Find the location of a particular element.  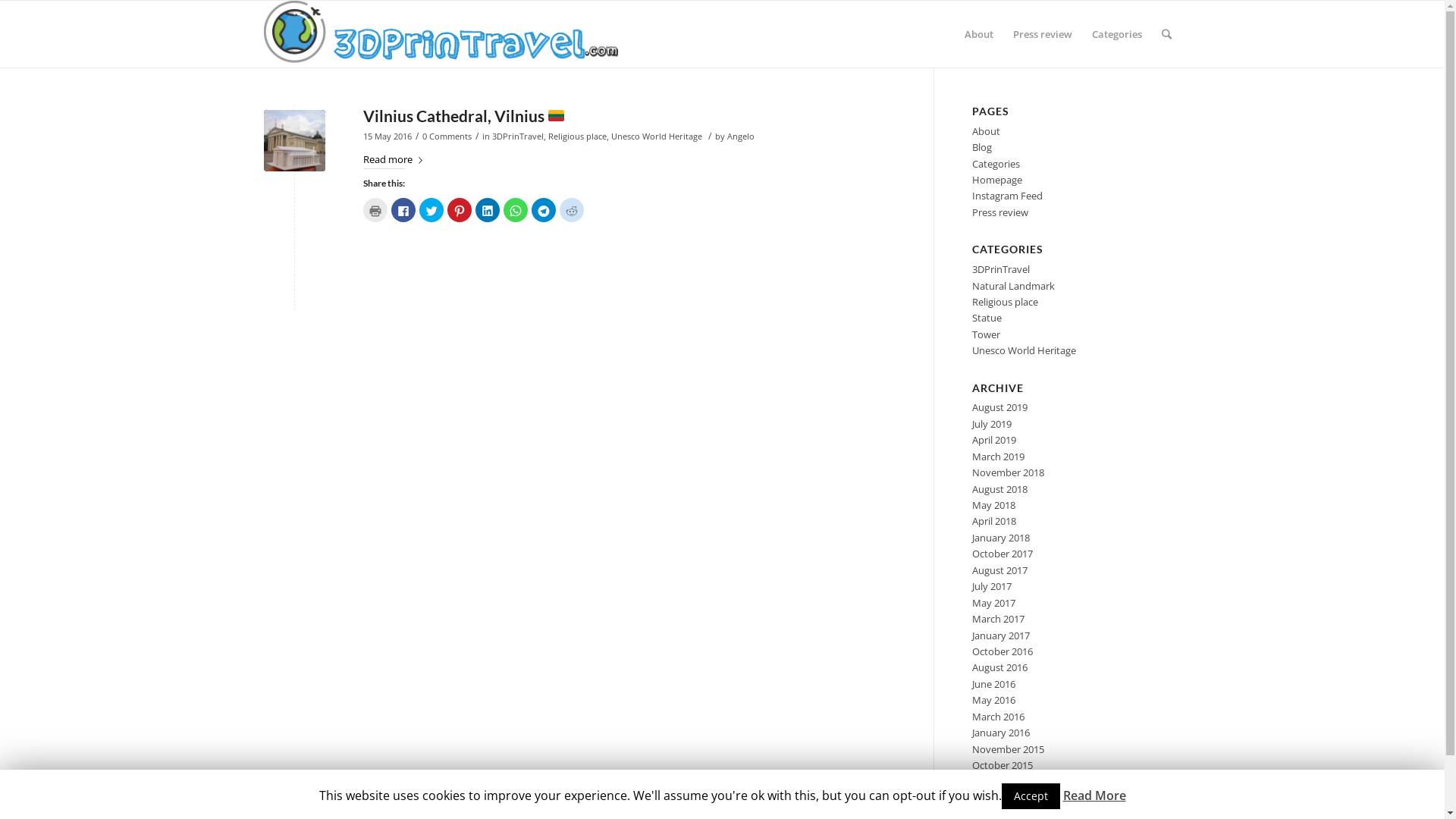

'April 2018' is located at coordinates (993, 519).